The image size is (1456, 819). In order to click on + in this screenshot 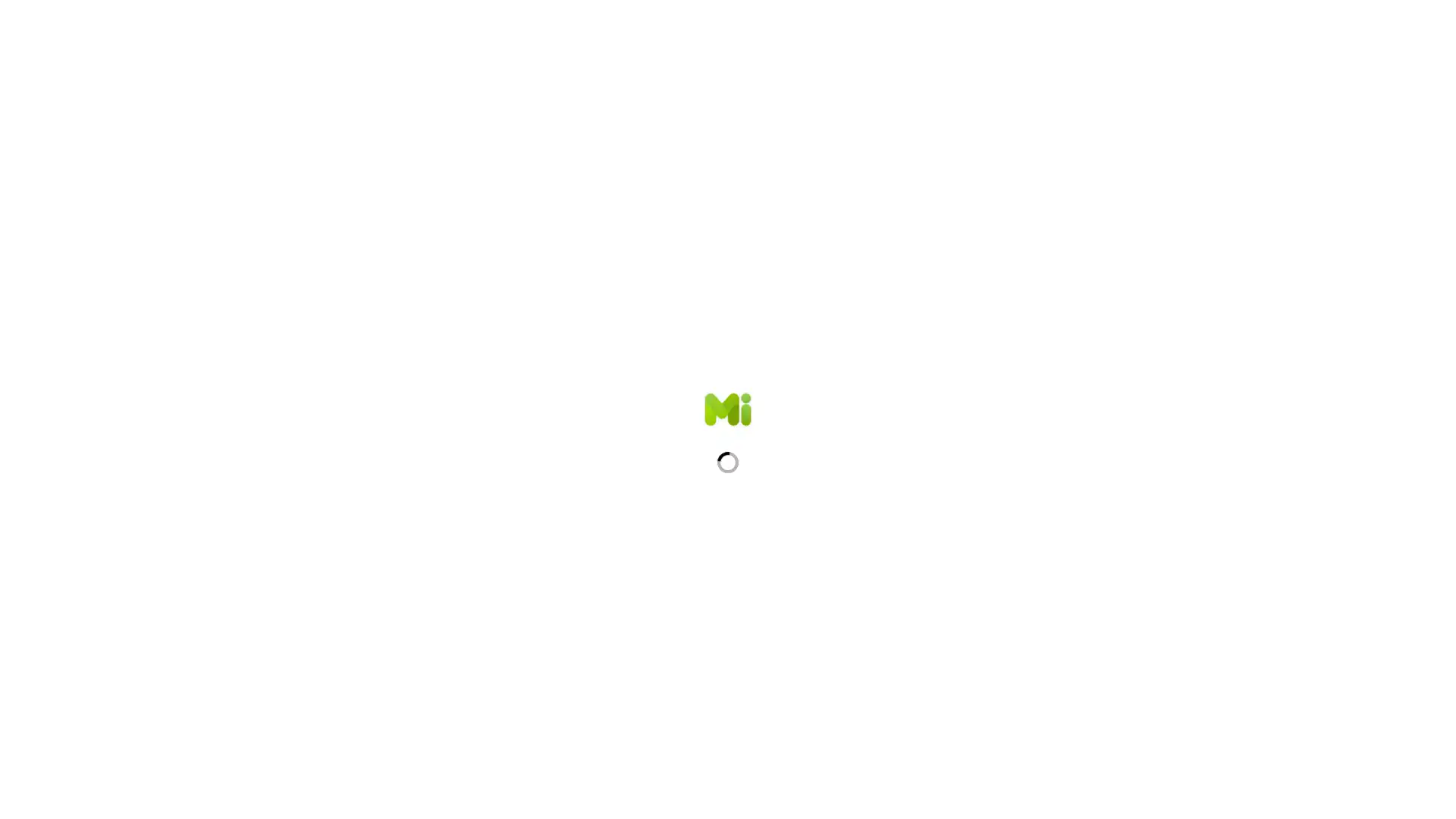, I will do `click(578, 523)`.